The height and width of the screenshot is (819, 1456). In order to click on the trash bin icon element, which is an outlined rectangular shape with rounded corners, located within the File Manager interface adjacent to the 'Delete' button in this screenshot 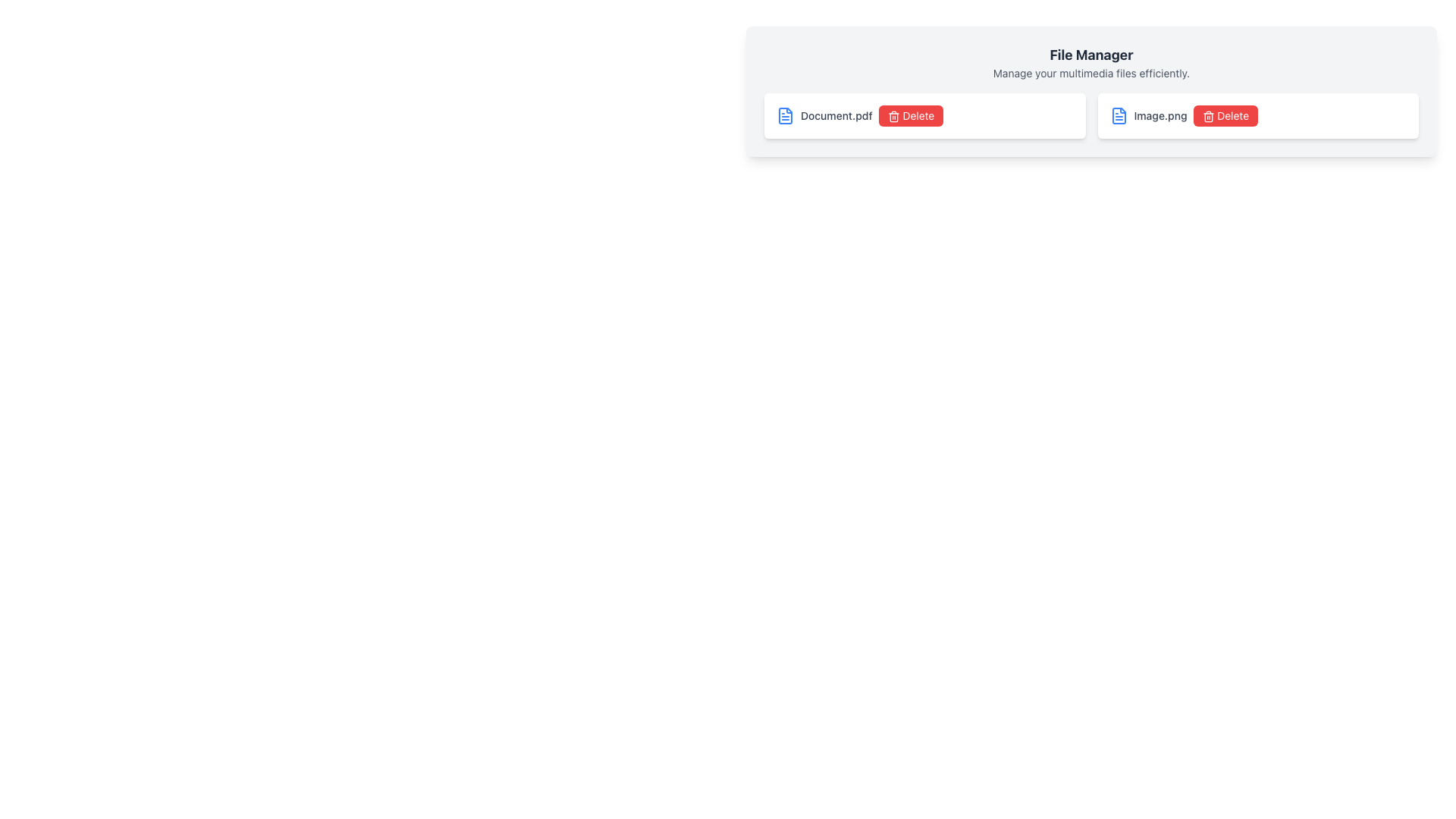, I will do `click(1207, 117)`.